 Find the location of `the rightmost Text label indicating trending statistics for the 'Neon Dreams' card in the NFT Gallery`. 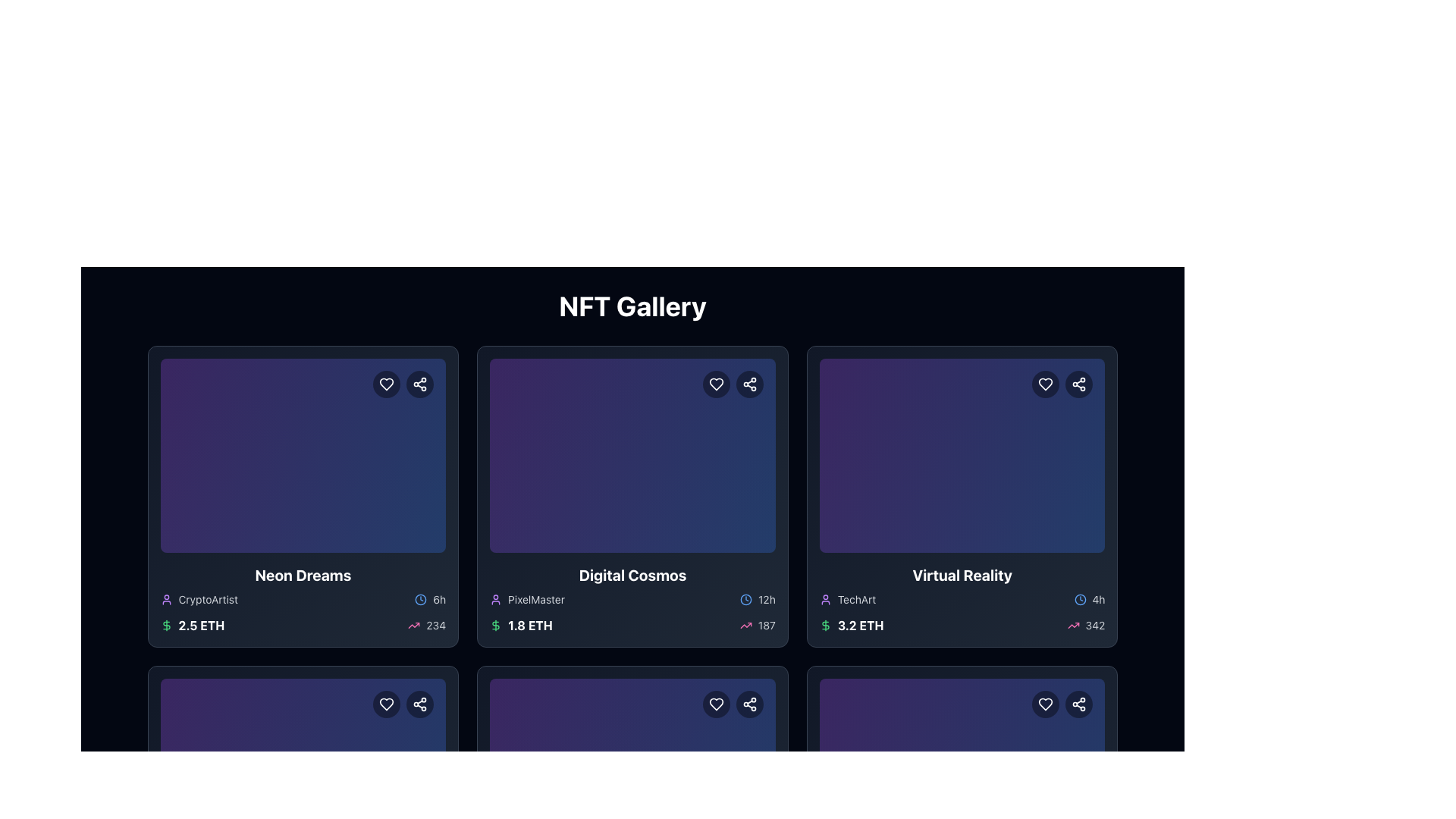

the rightmost Text label indicating trending statistics for the 'Neon Dreams' card in the NFT Gallery is located at coordinates (435, 626).